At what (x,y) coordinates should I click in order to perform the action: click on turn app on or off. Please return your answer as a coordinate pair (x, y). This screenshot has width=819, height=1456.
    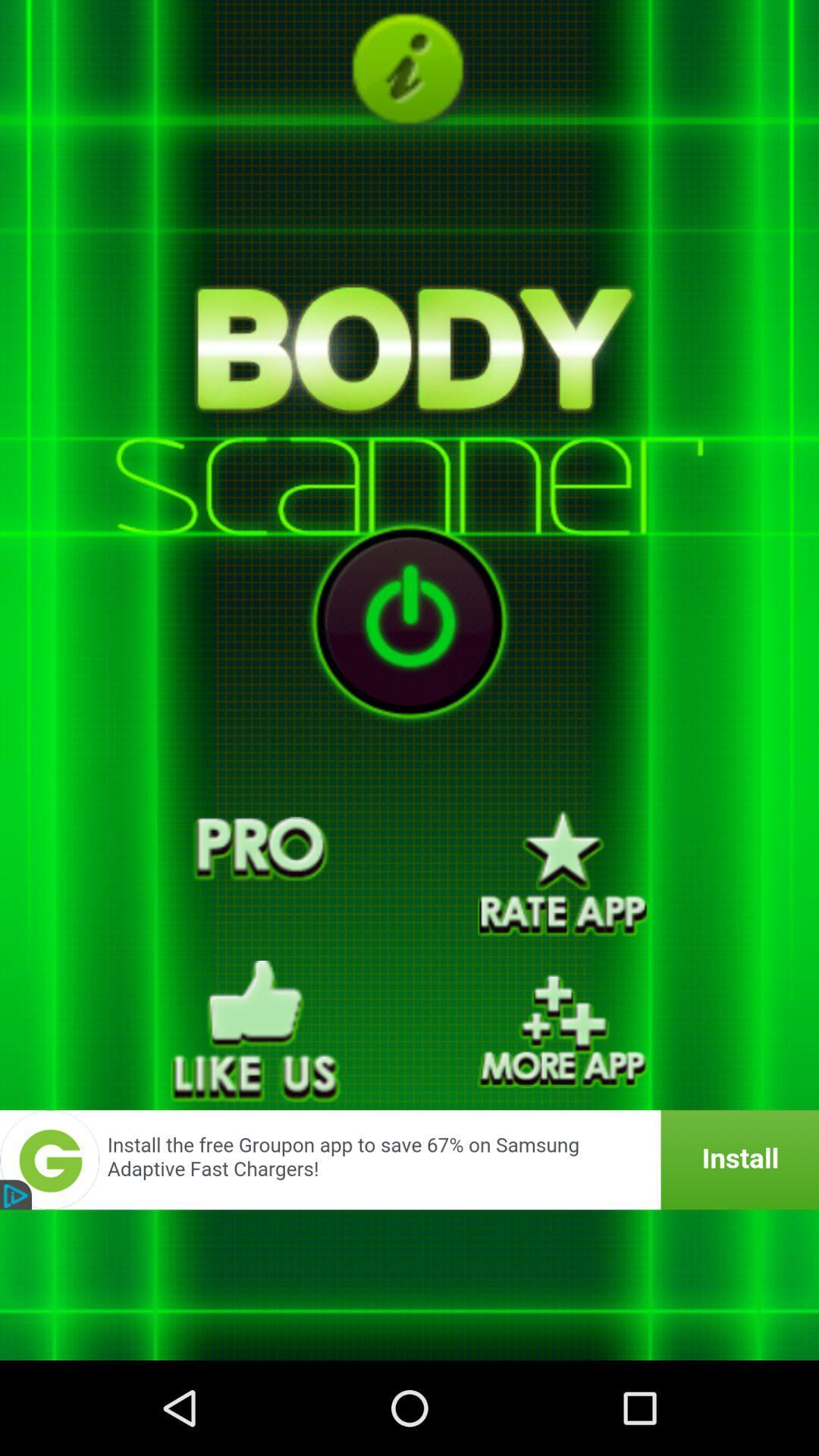
    Looking at the image, I should click on (409, 621).